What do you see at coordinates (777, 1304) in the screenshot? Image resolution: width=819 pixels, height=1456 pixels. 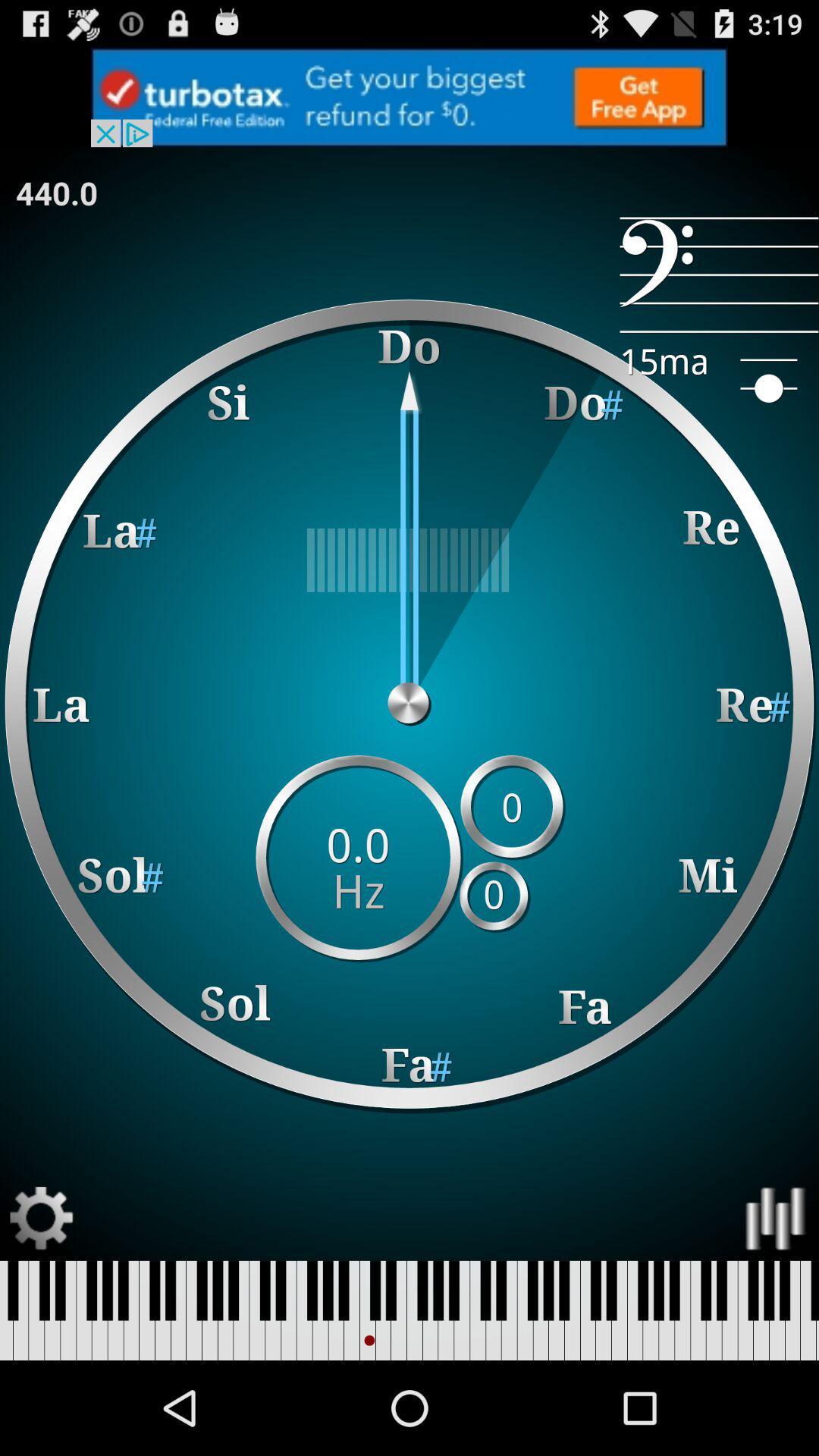 I see `the pause icon` at bounding box center [777, 1304].